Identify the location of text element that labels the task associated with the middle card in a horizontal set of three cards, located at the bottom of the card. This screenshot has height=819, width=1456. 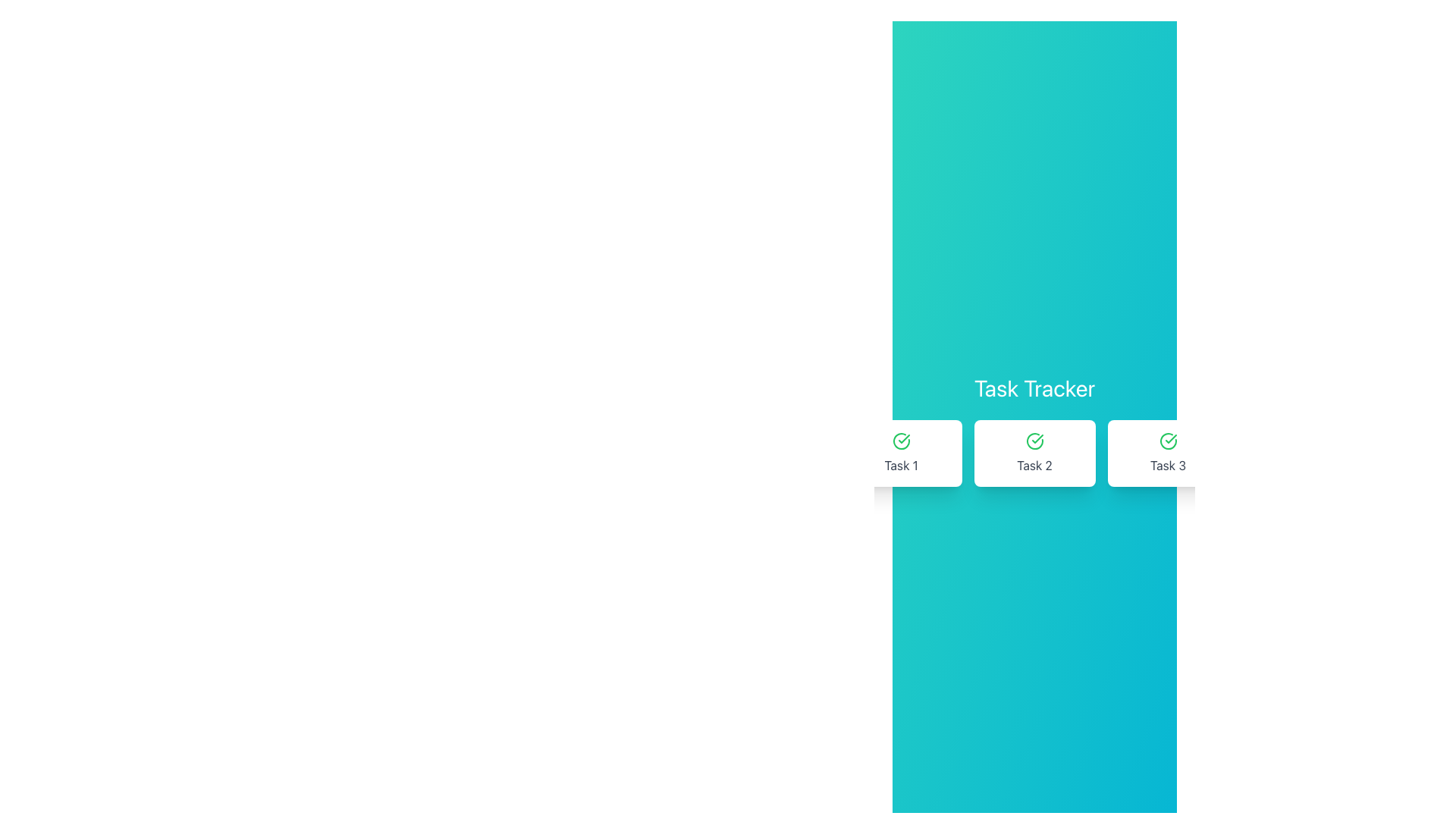
(1034, 464).